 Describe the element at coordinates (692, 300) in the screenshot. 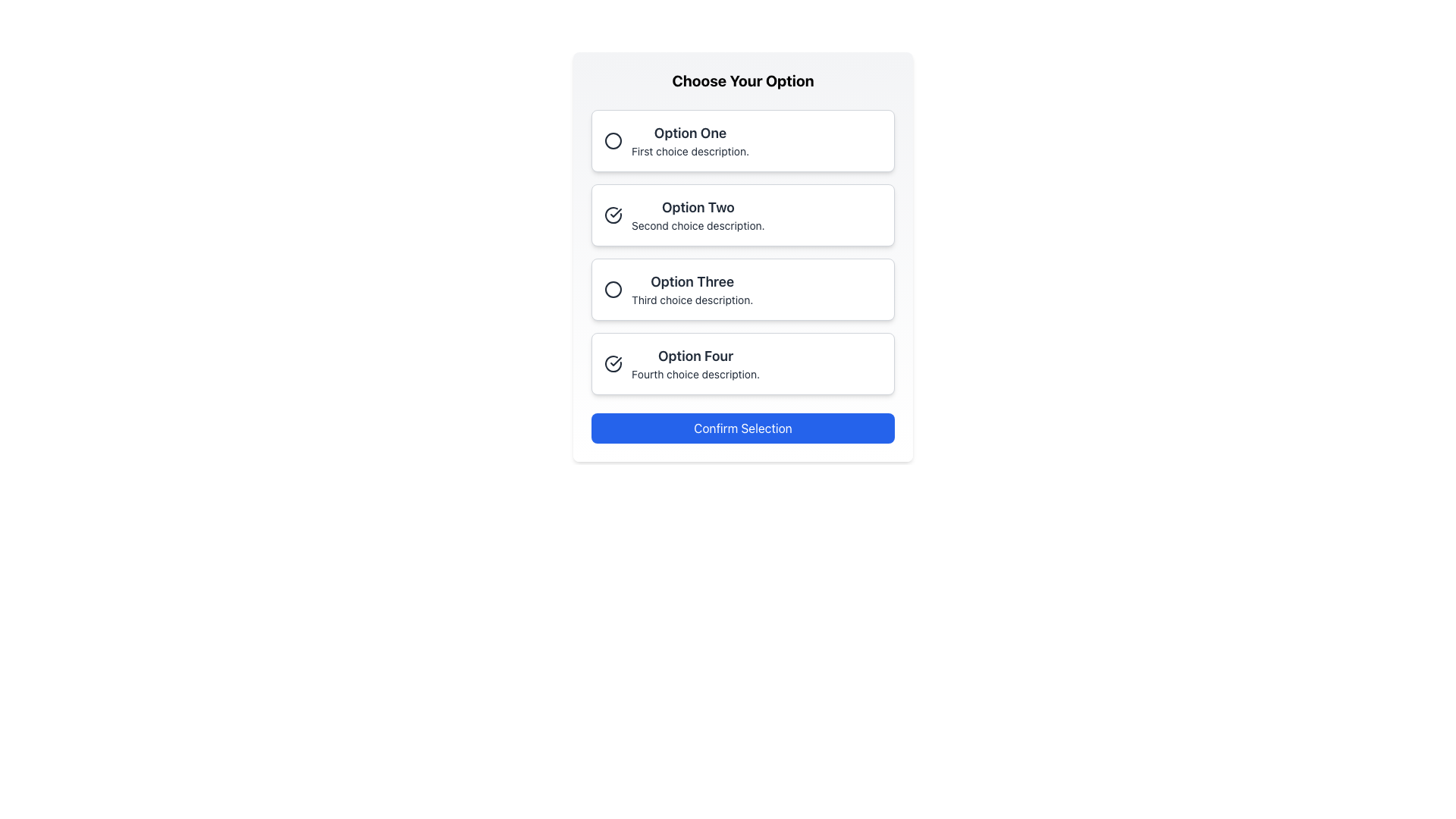

I see `the text label that provides additional descriptive information for the third selectable option in the list, located immediately below the title 'Option Three'` at that location.